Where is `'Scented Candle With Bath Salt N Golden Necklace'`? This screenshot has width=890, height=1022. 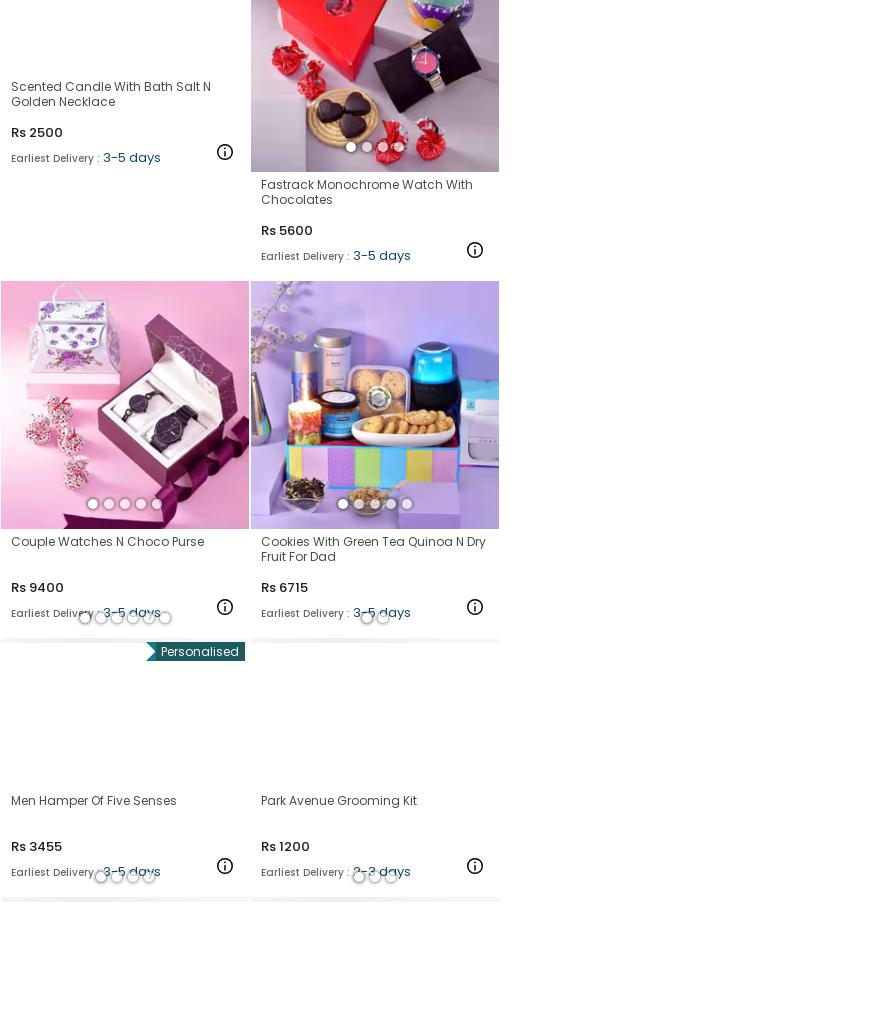
'Scented Candle With Bath Salt N Golden Necklace' is located at coordinates (109, 92).